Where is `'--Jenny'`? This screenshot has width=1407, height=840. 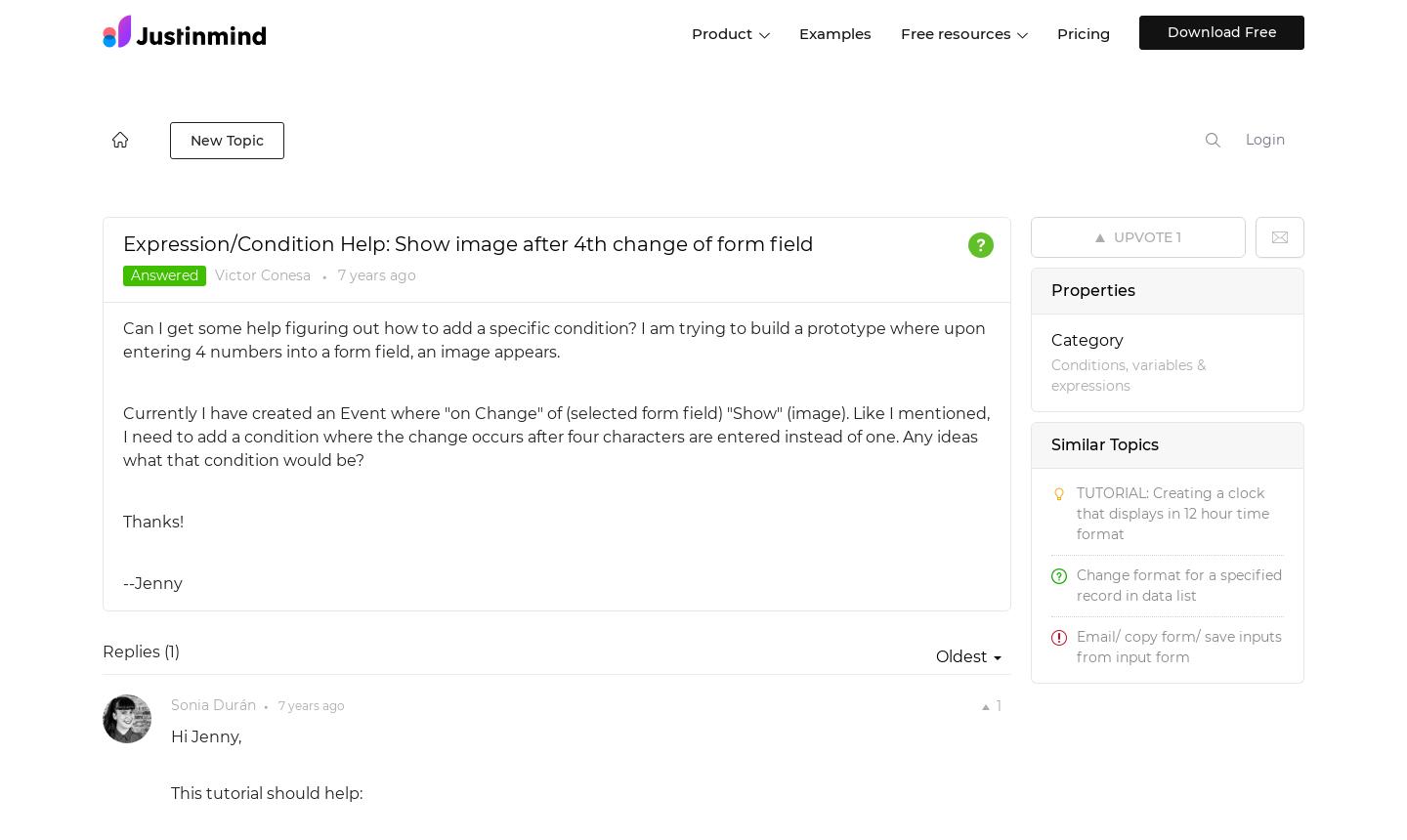
'--Jenny' is located at coordinates (121, 582).